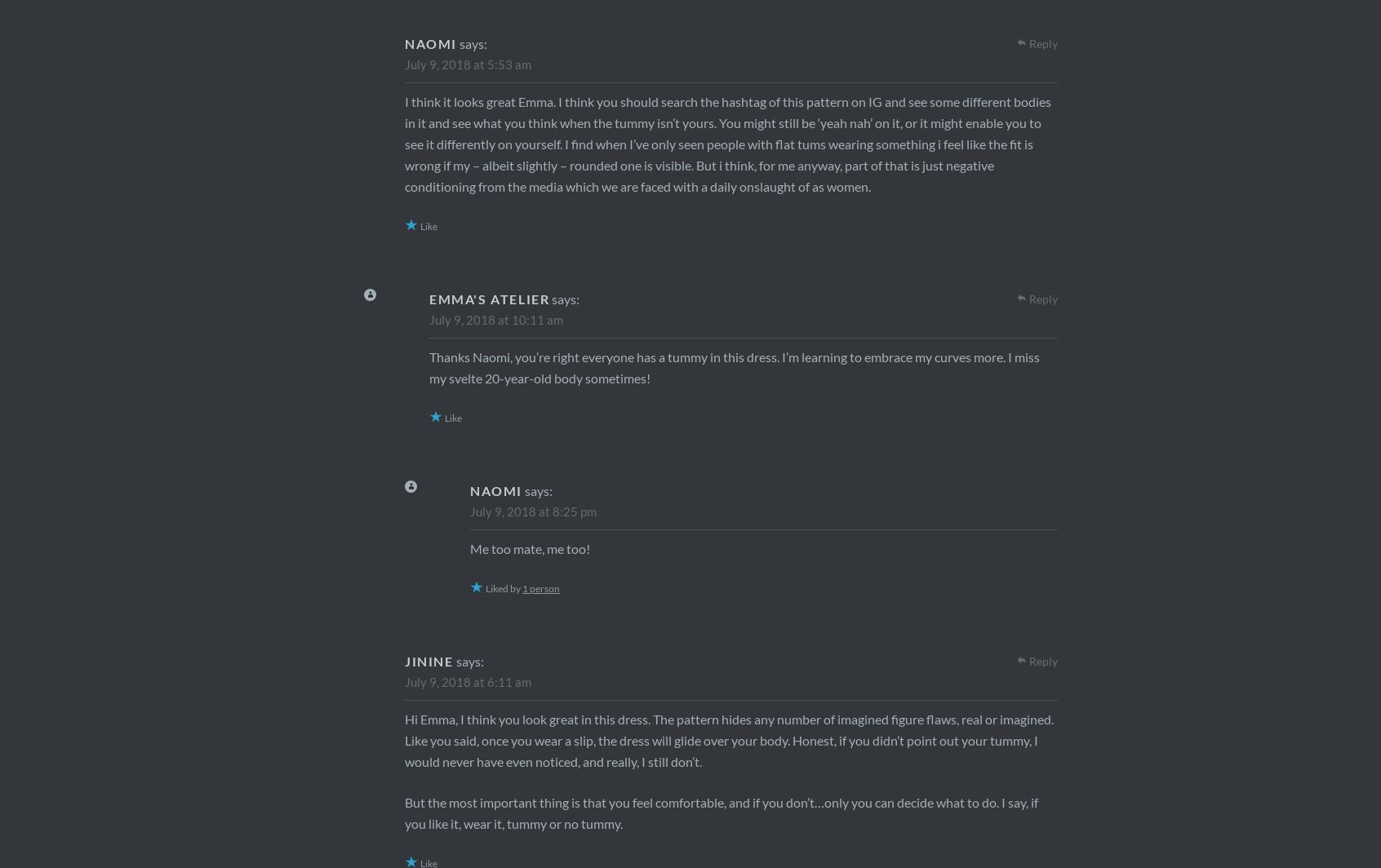 The height and width of the screenshot is (868, 1381). What do you see at coordinates (540, 588) in the screenshot?
I see `'1 person'` at bounding box center [540, 588].